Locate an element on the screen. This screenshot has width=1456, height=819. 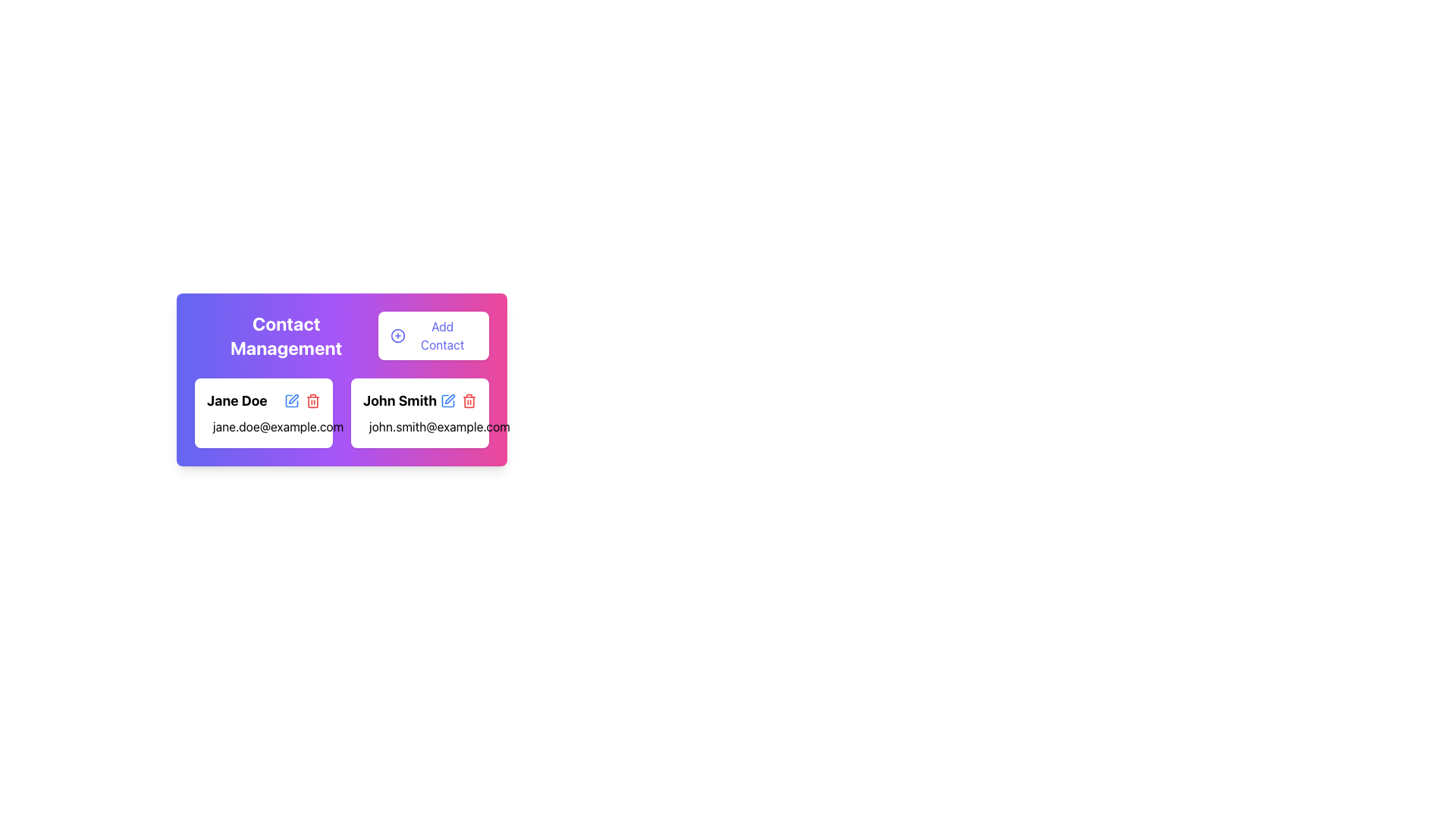
the static text label representing the name of a contact in the contact management interface is located at coordinates (236, 400).